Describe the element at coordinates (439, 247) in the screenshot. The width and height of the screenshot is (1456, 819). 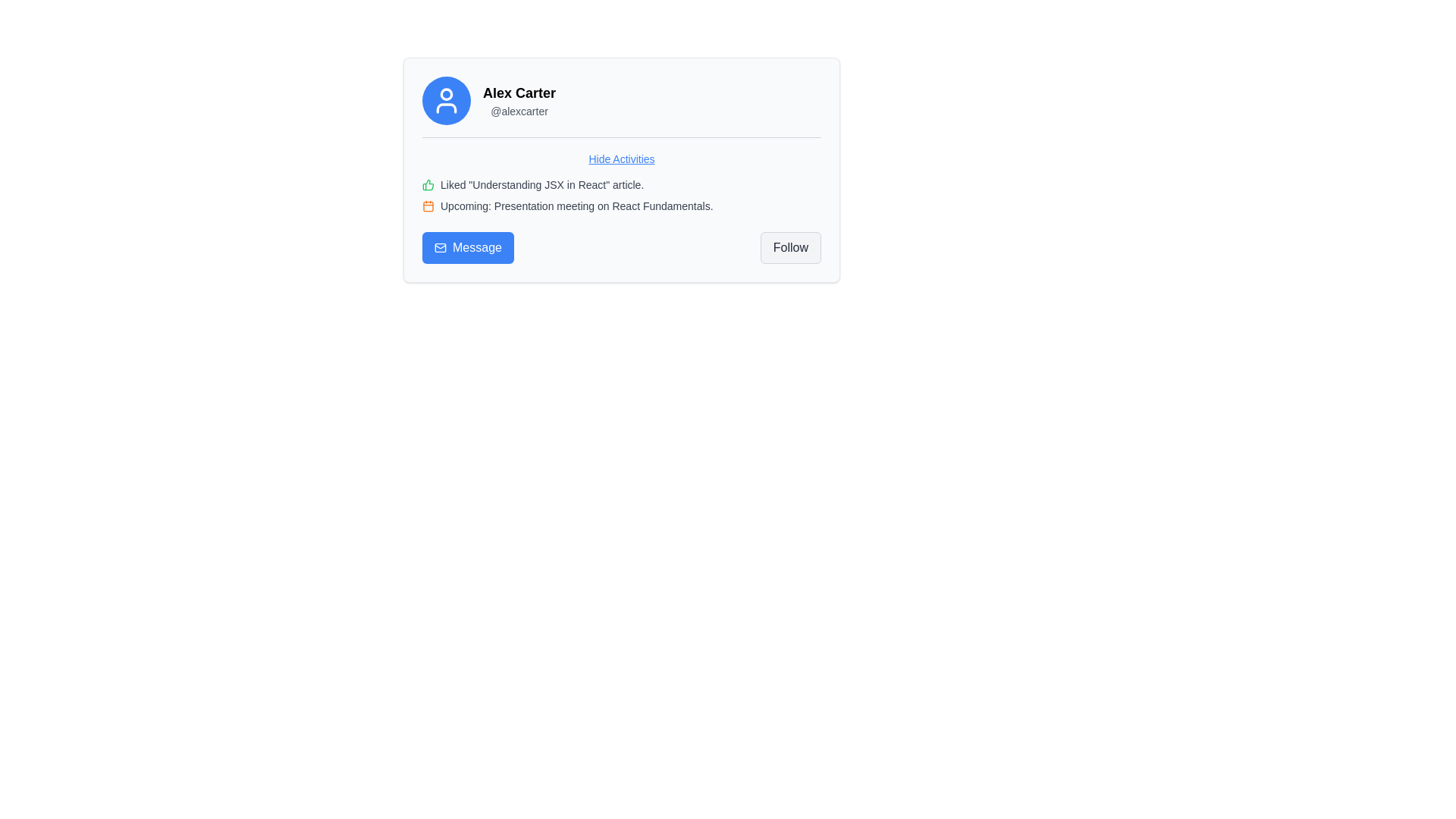
I see `the message icon located on the left edge of the blue 'Message' button, which is positioned below the text 'Upcoming: Presentation meeting on React Fundamentals.'` at that location.